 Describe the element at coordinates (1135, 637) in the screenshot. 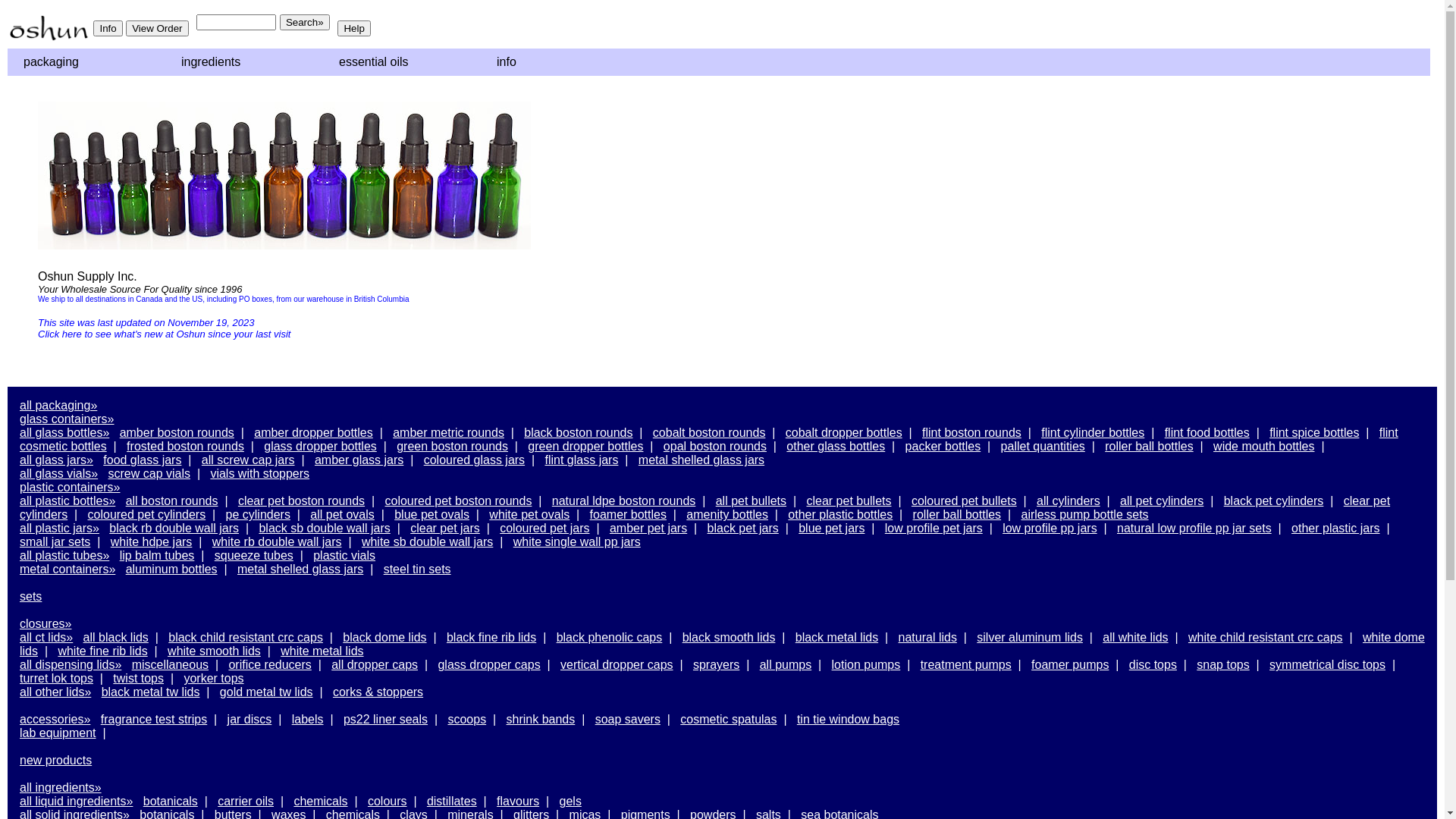

I see `'all white lids'` at that location.